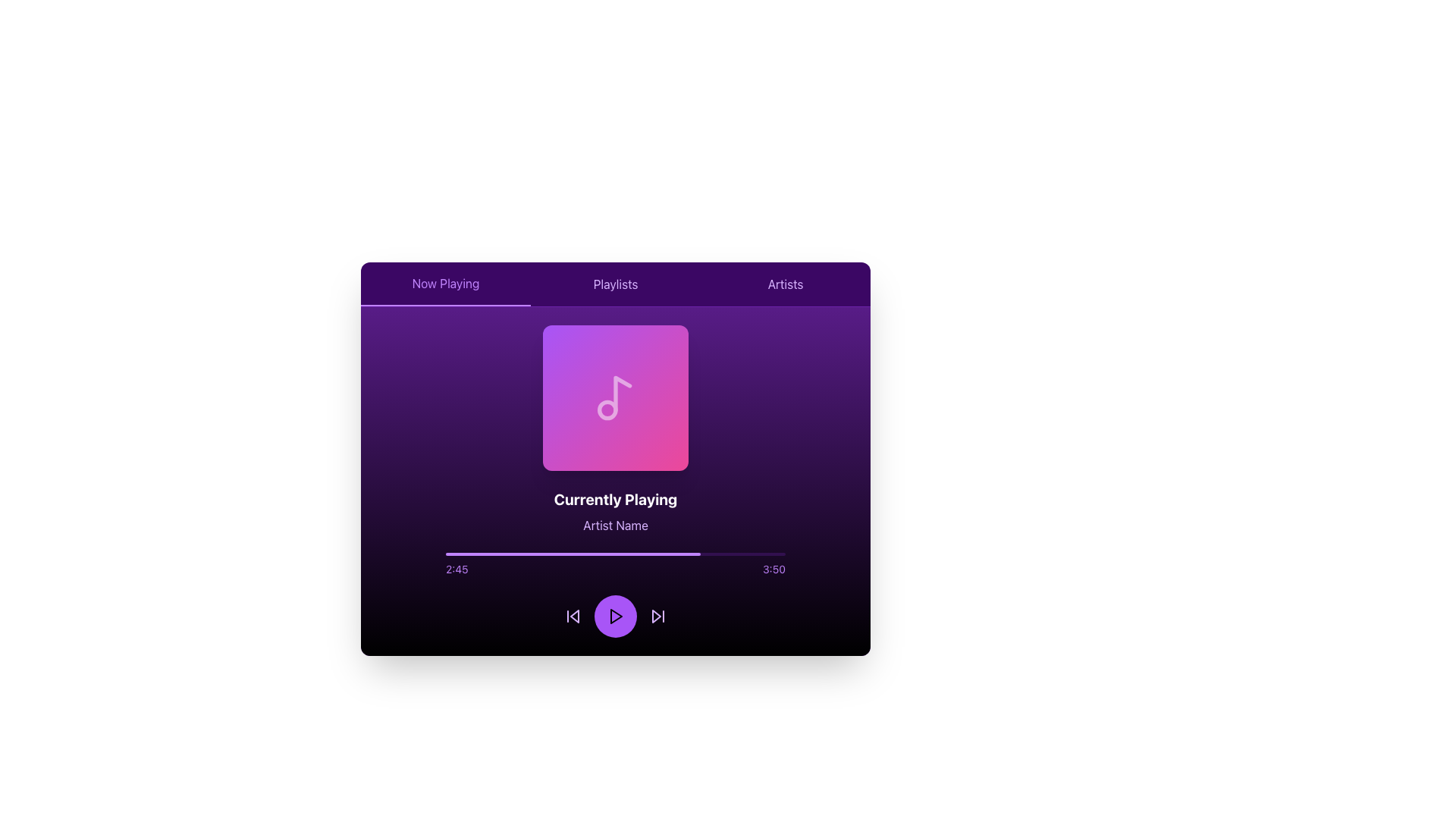  Describe the element at coordinates (445, 554) in the screenshot. I see `the media playback position` at that location.